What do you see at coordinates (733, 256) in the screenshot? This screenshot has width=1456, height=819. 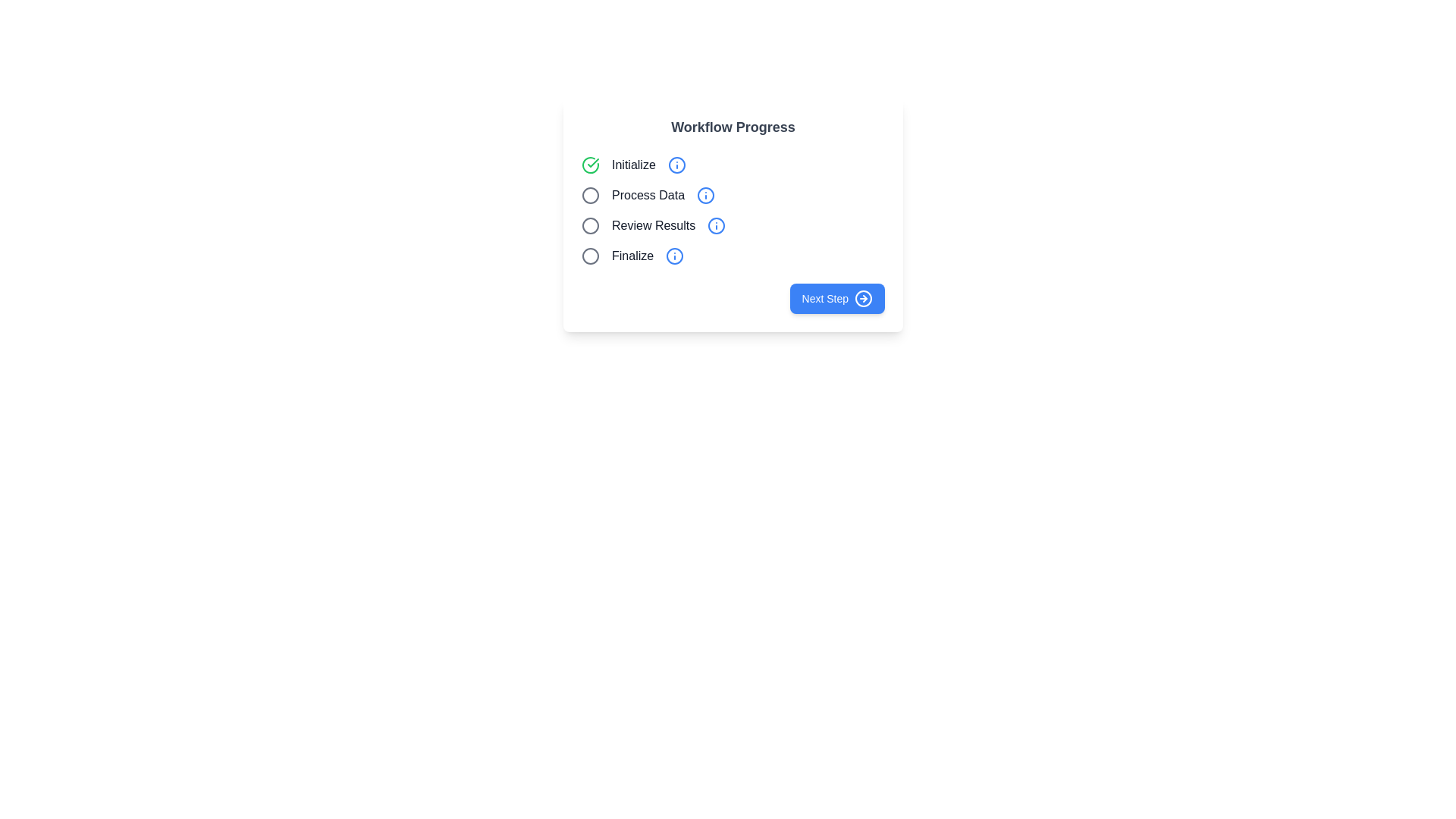 I see `the 'Finalize' list item in the workflow visualization, which is the fourth item in the list, located centrally on the page` at bounding box center [733, 256].